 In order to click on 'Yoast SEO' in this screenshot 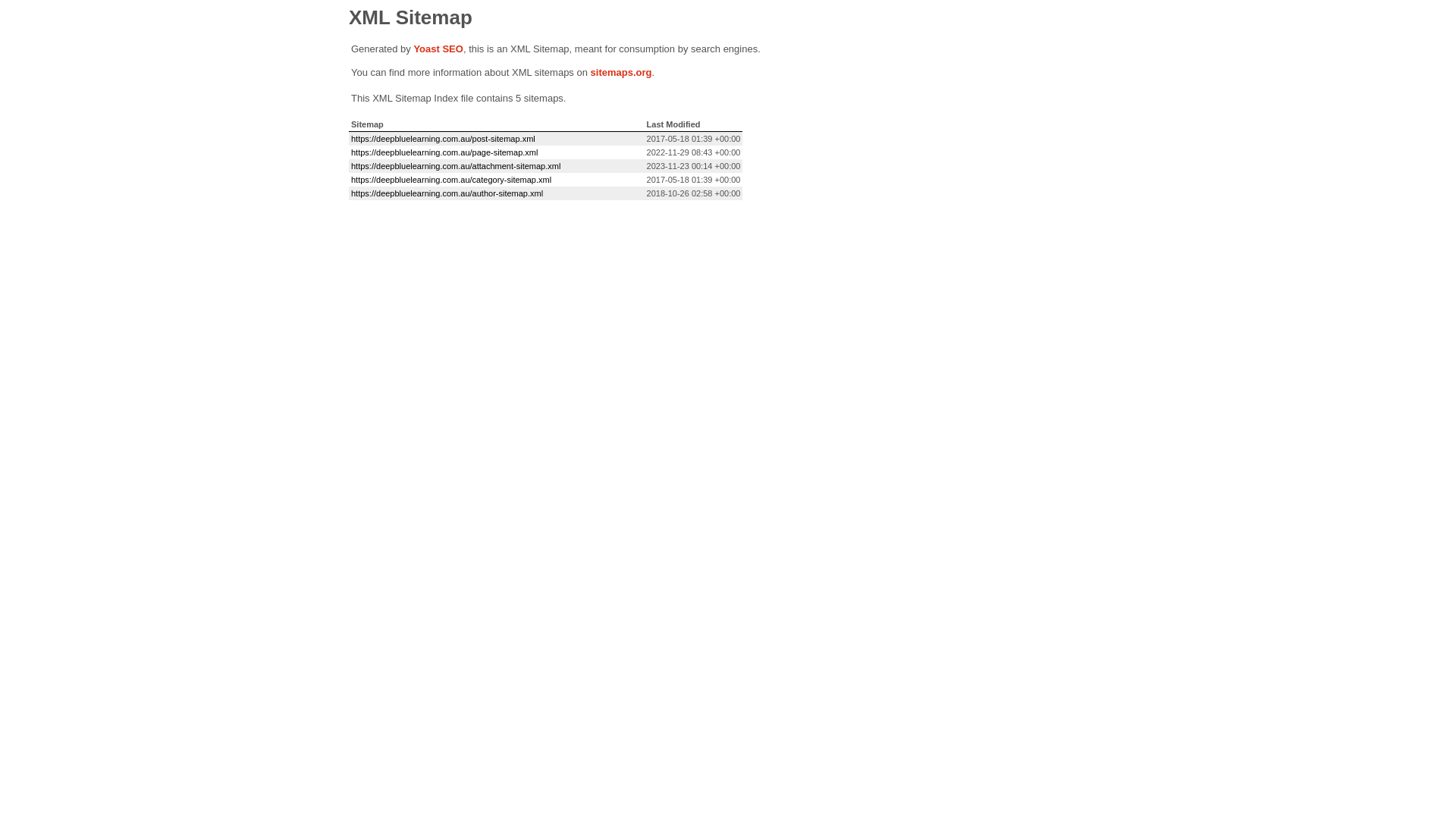, I will do `click(413, 48)`.